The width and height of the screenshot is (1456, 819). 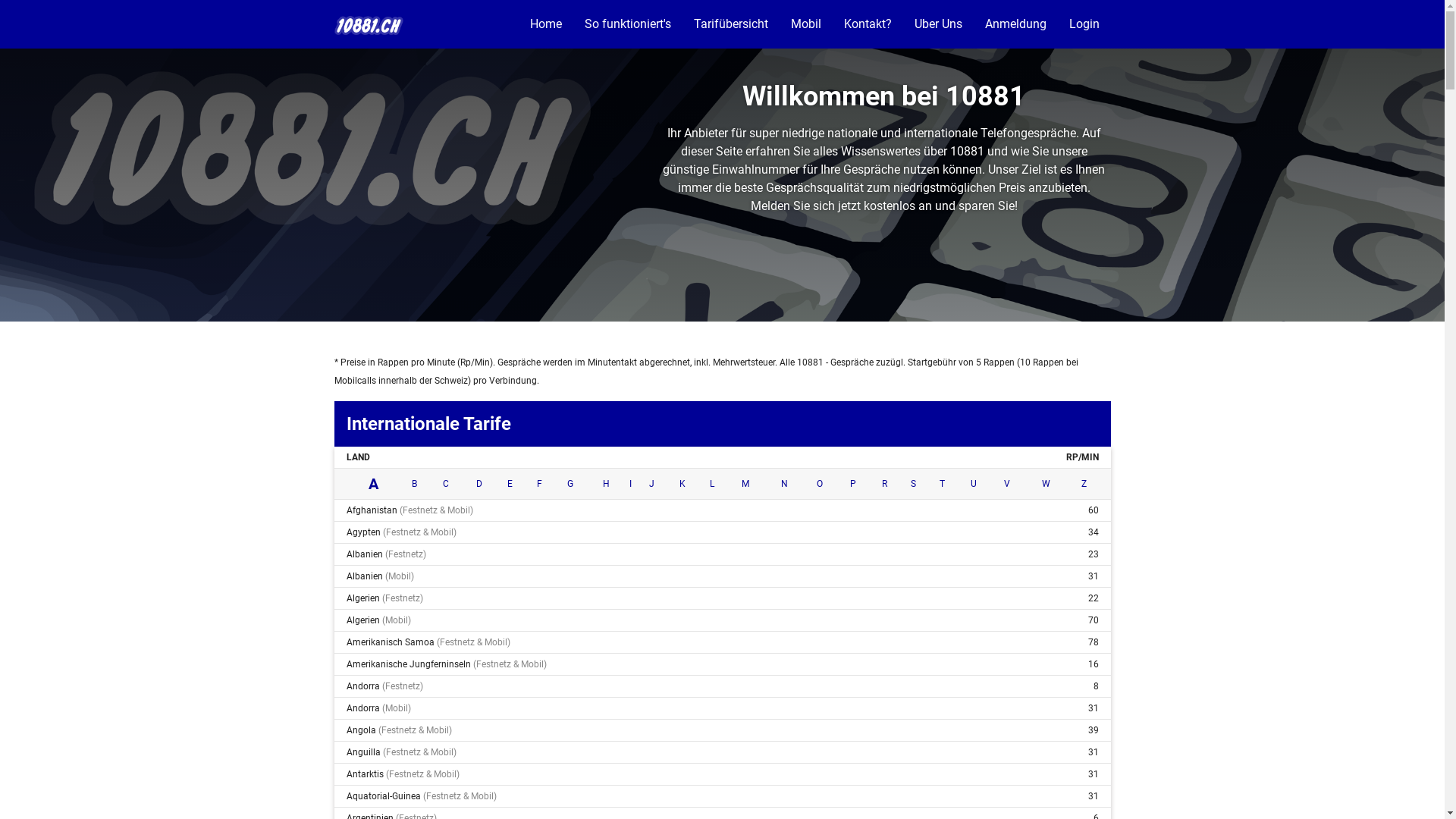 What do you see at coordinates (941, 483) in the screenshot?
I see `'T'` at bounding box center [941, 483].